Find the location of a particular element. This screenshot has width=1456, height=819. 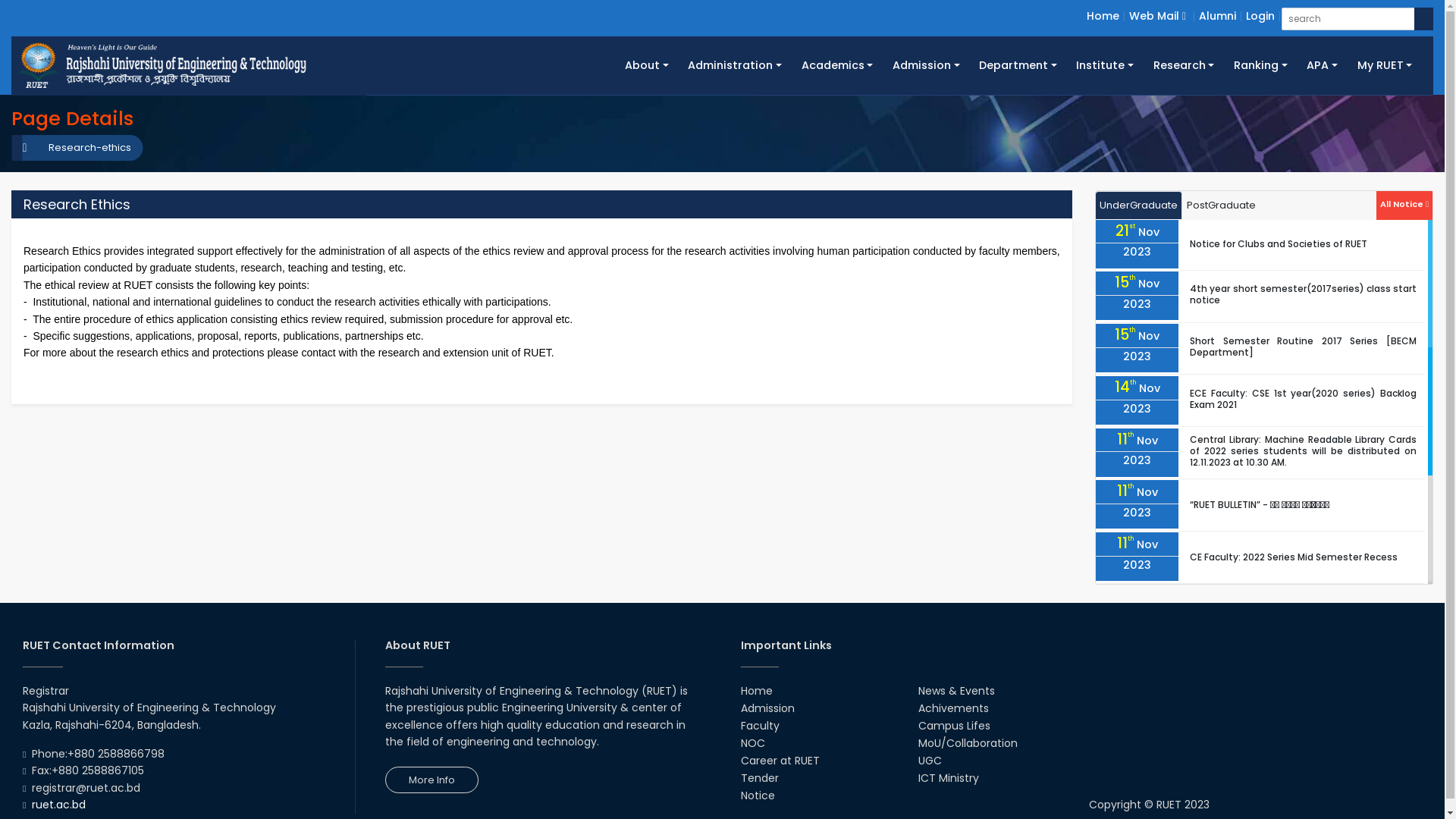

'NOC' is located at coordinates (752, 742).